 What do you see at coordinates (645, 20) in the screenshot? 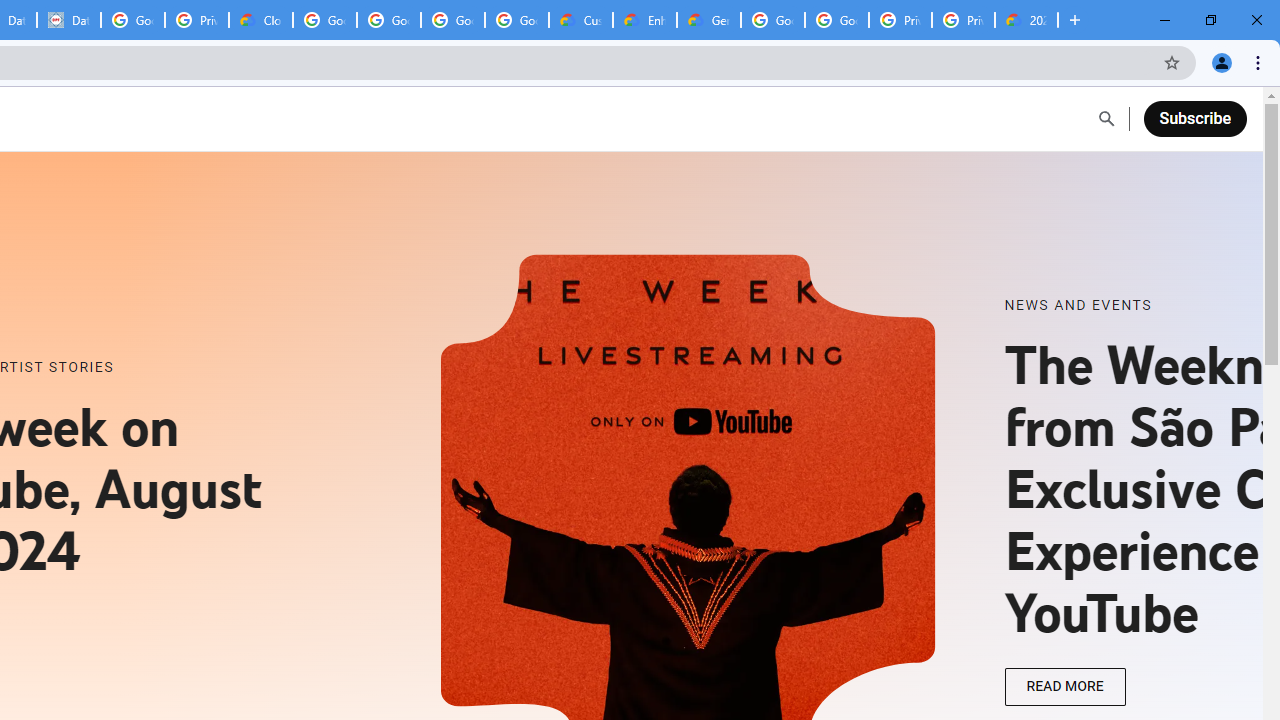
I see `'Enhanced Support | Google Cloud'` at bounding box center [645, 20].